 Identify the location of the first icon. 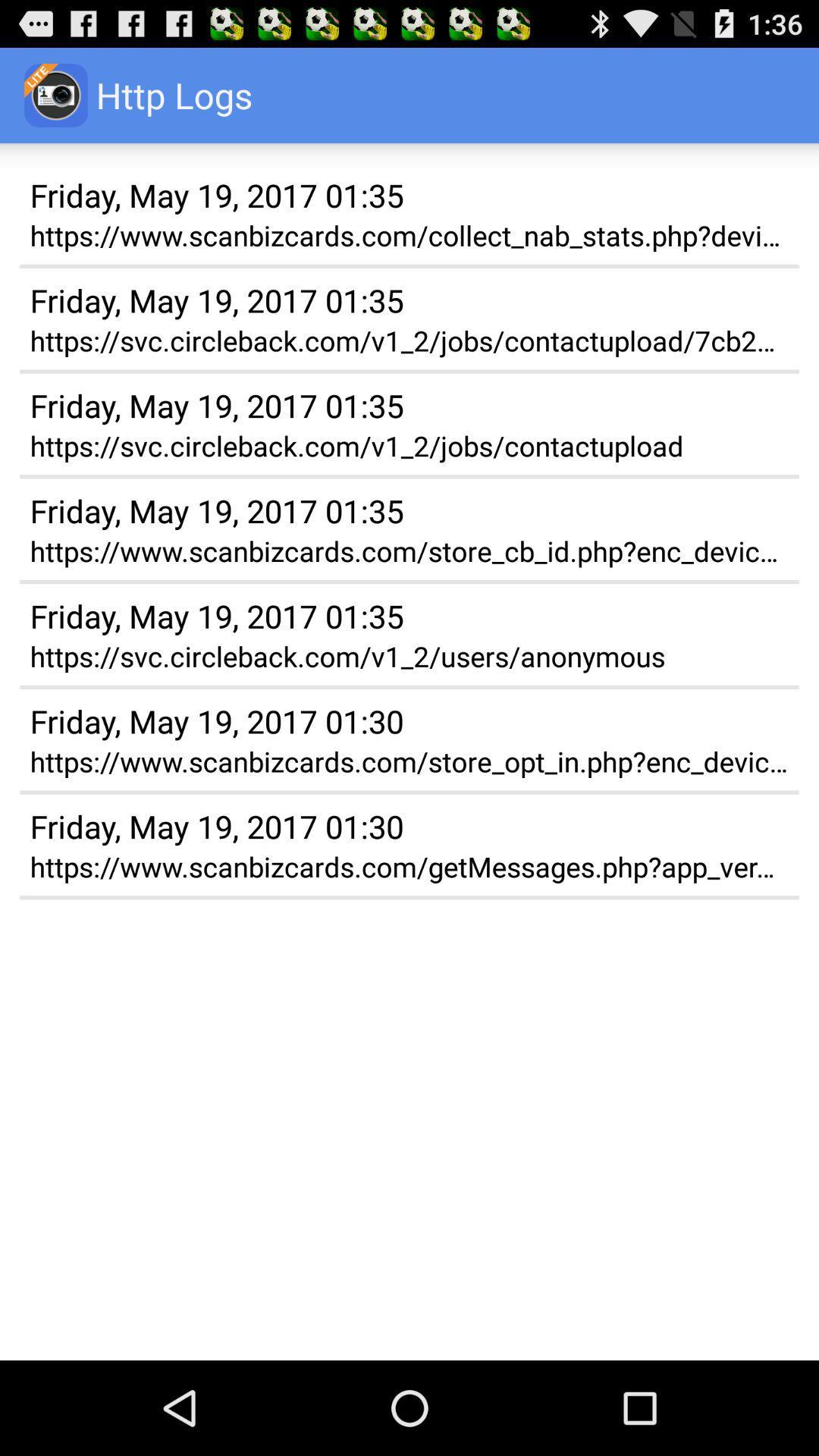
(55, 94).